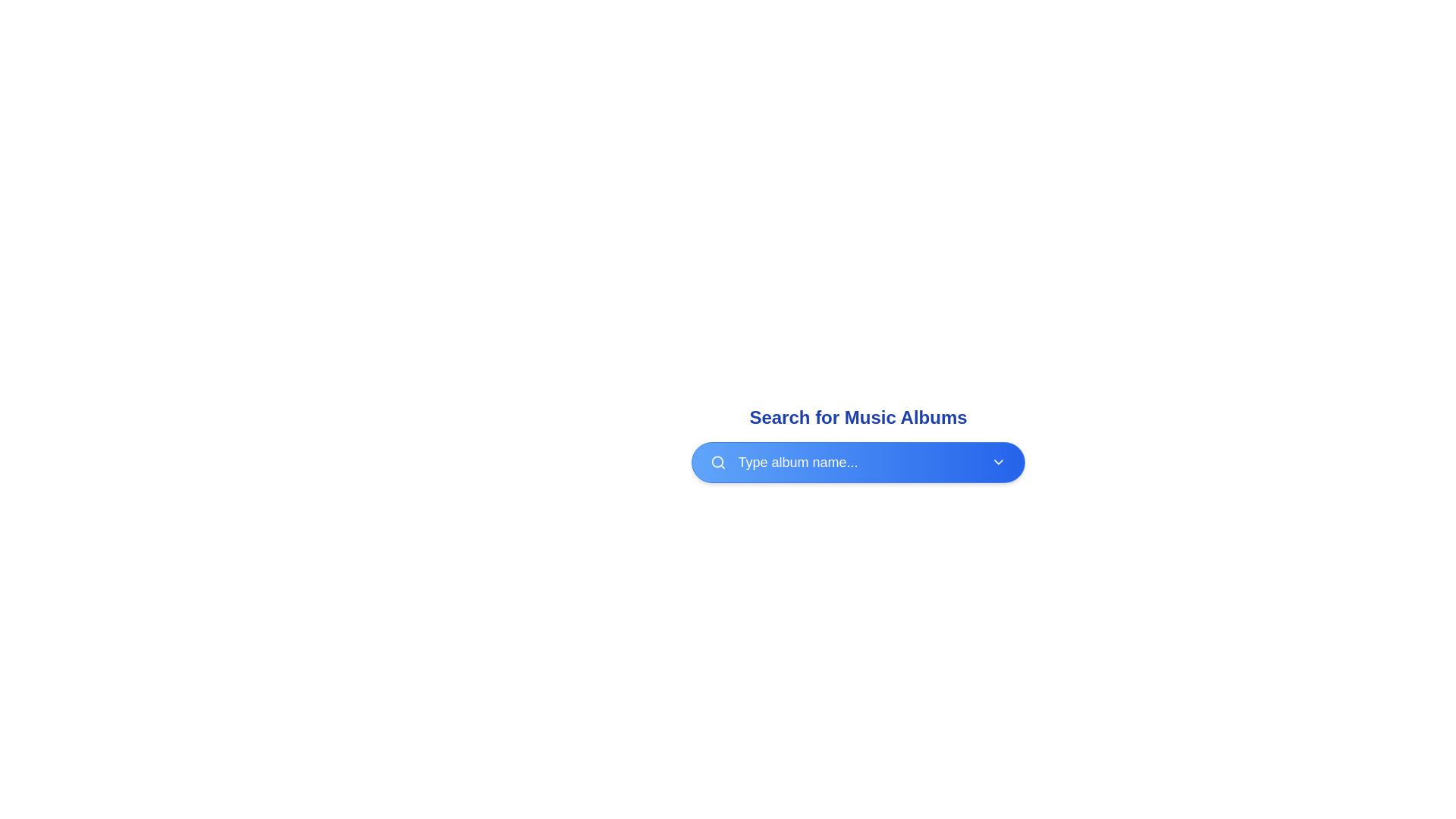 This screenshot has width=1456, height=819. What do you see at coordinates (998, 461) in the screenshot?
I see `the dropdown toggle icon located on the far right side of the search bar` at bounding box center [998, 461].